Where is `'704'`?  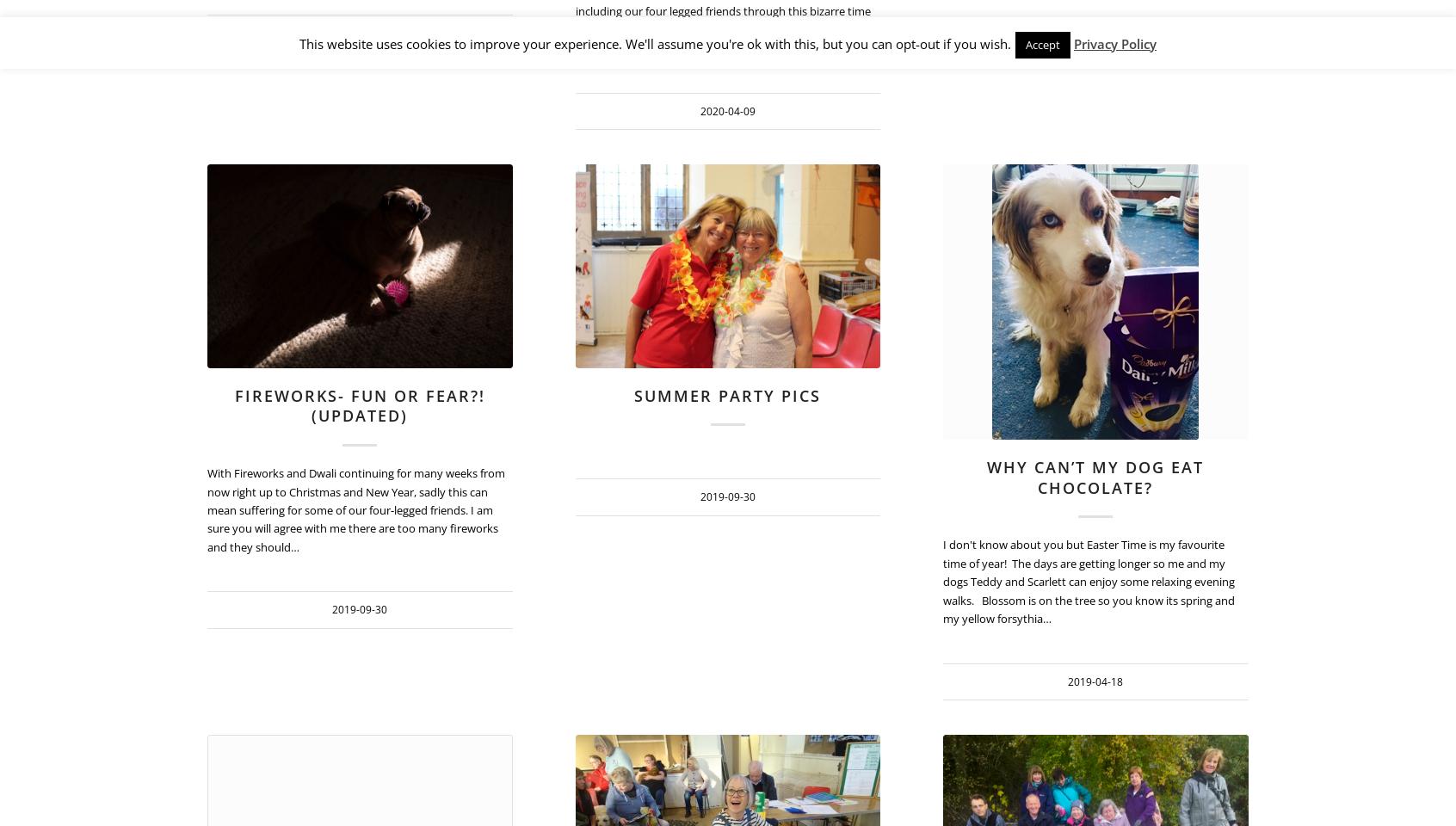 '704' is located at coordinates (1317, 779).